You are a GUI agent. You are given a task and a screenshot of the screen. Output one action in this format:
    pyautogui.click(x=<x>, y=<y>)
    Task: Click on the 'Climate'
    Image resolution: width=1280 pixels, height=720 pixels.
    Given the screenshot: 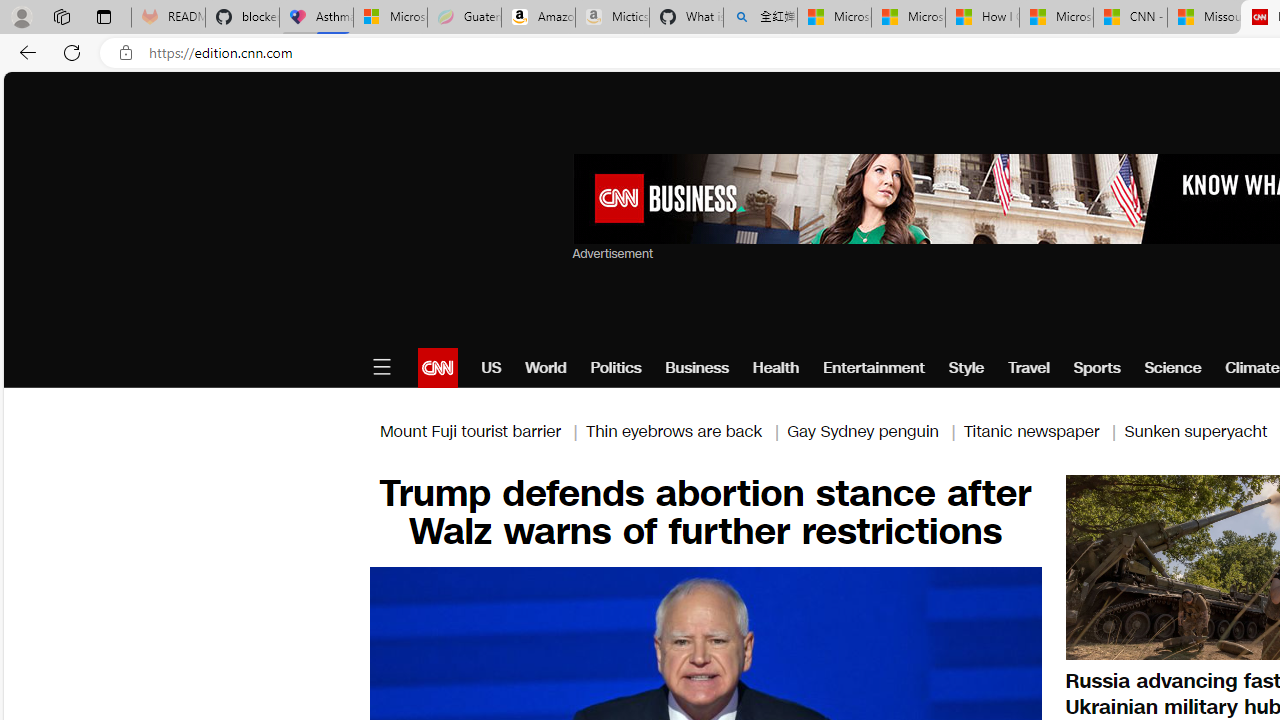 What is the action you would take?
    pyautogui.click(x=1251, y=367)
    